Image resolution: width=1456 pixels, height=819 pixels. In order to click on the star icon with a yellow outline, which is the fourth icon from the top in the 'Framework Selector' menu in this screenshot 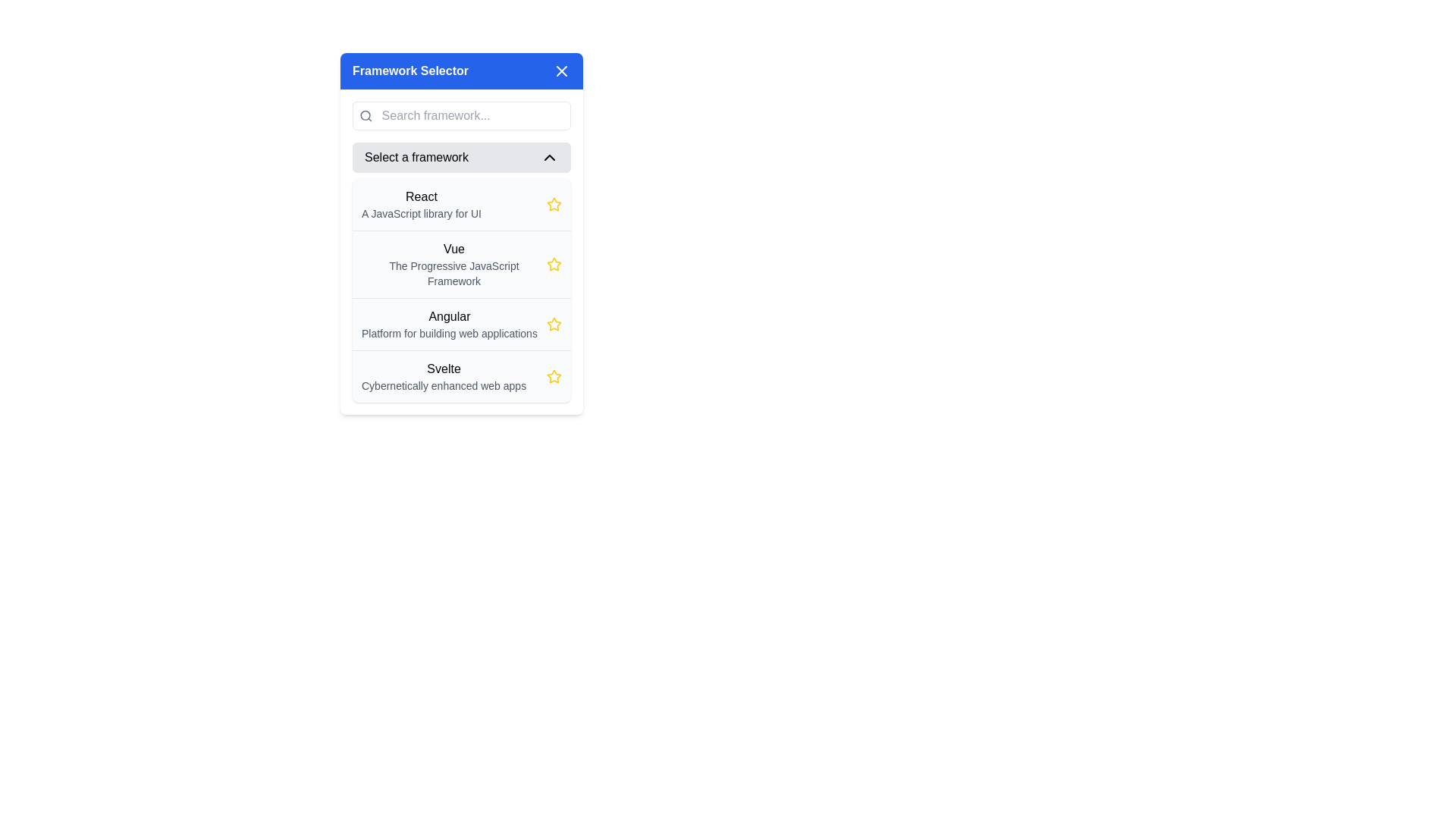, I will do `click(553, 324)`.